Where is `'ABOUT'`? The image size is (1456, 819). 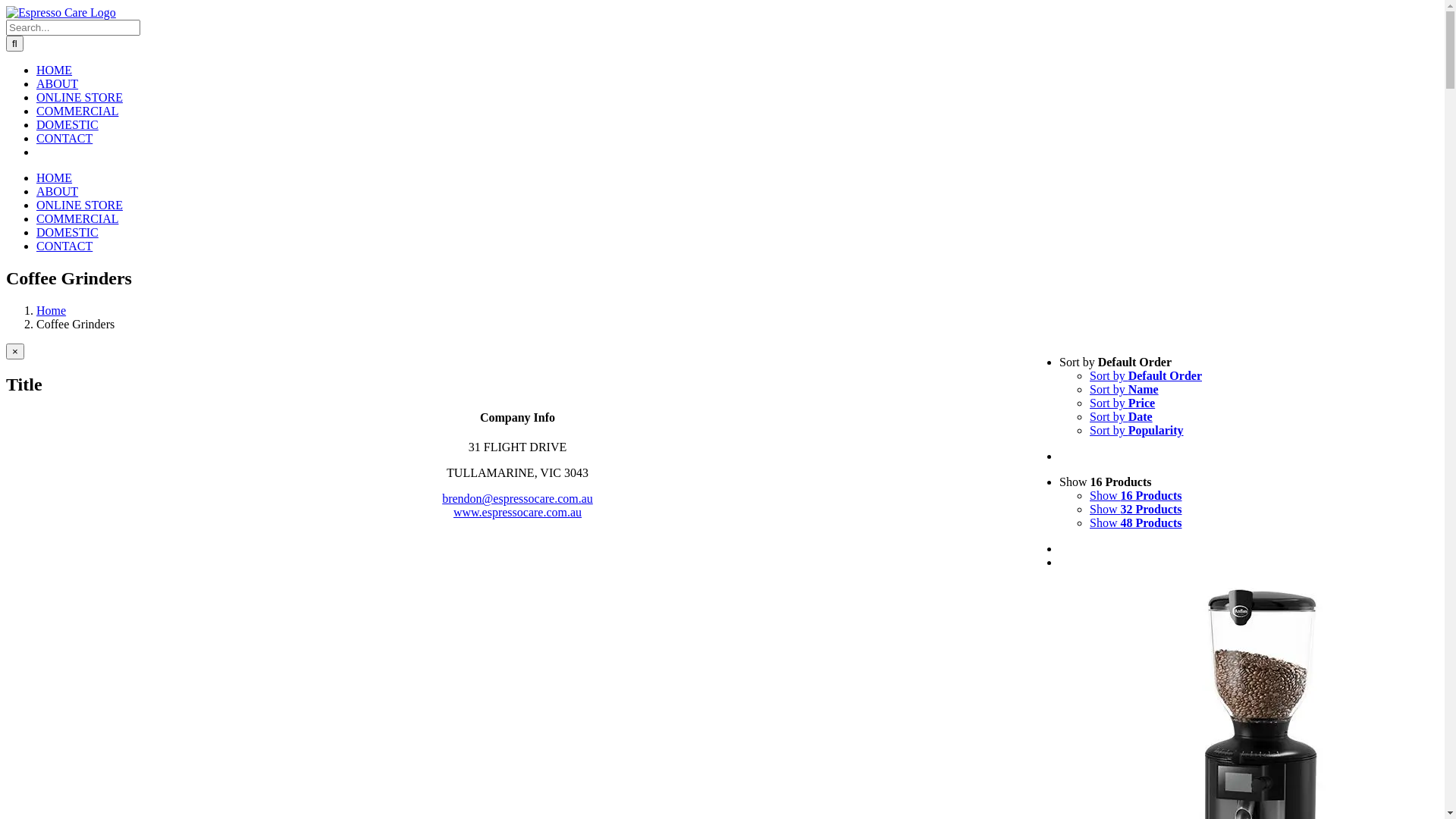 'ABOUT' is located at coordinates (57, 190).